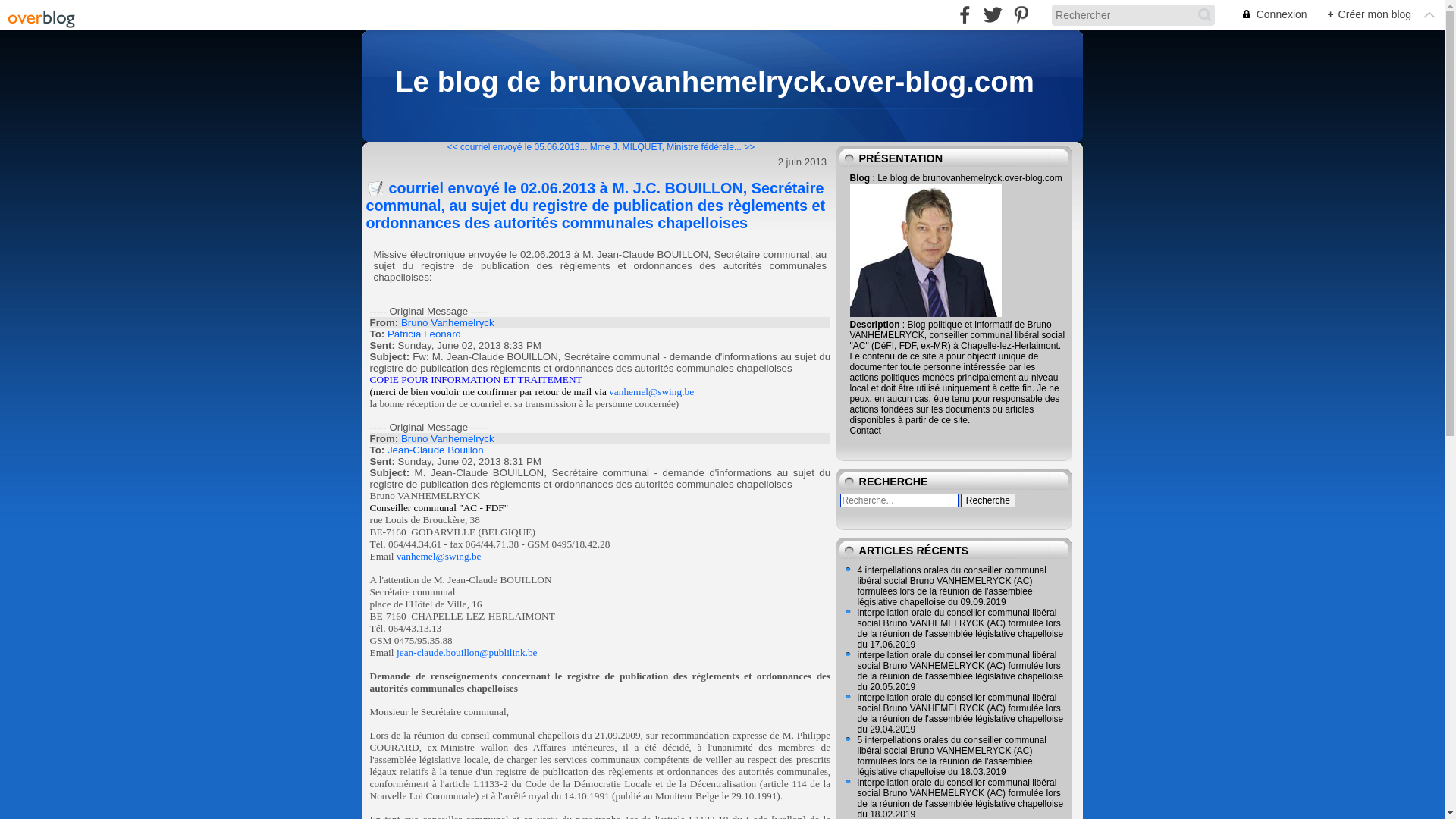 This screenshot has width=1456, height=819. I want to click on 'Contact', so click(864, 430).